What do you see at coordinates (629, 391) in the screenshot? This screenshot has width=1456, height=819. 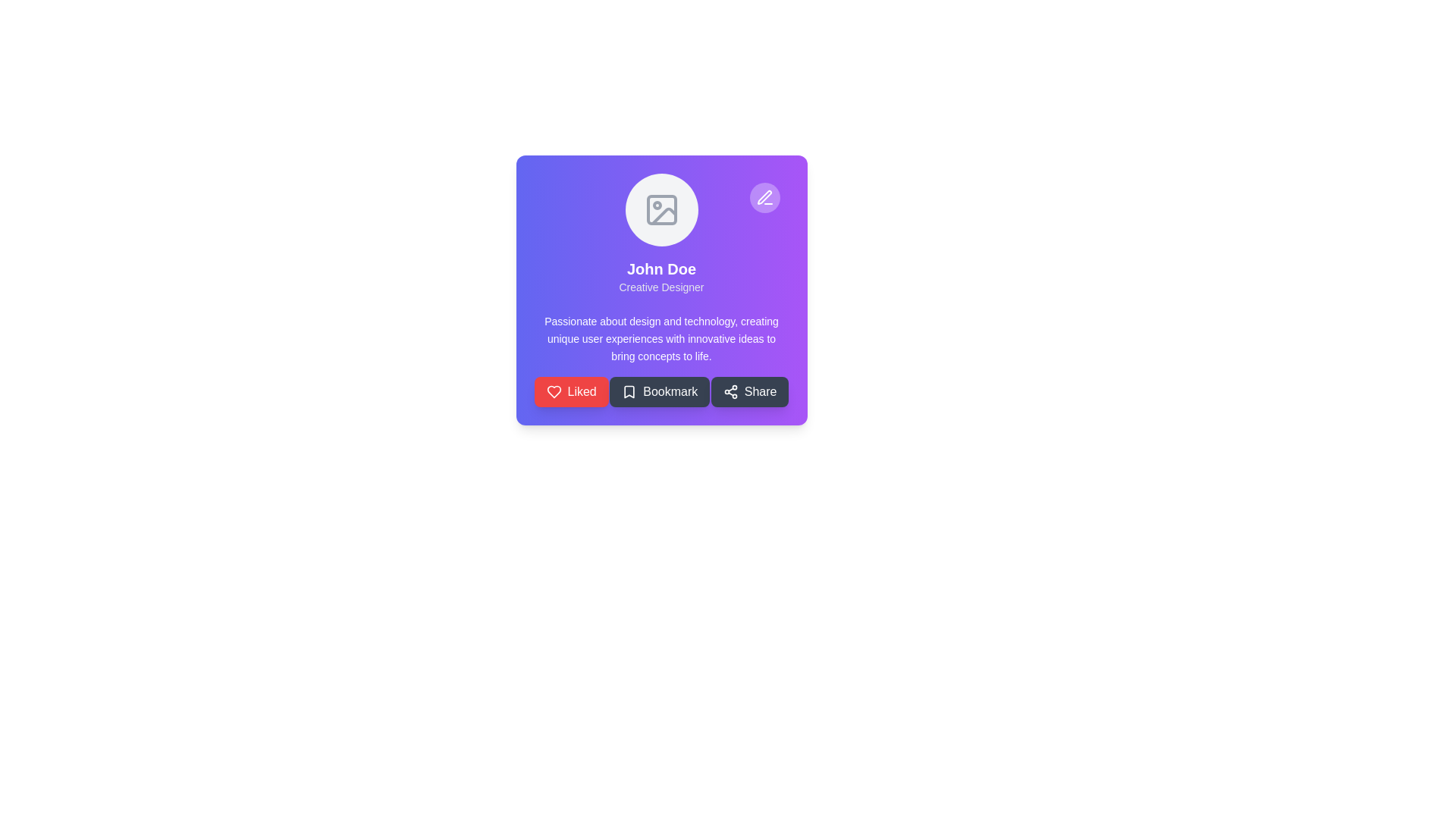 I see `the bookmark icon located centrally within the 'Bookmark' button, positioned below the main description text` at bounding box center [629, 391].